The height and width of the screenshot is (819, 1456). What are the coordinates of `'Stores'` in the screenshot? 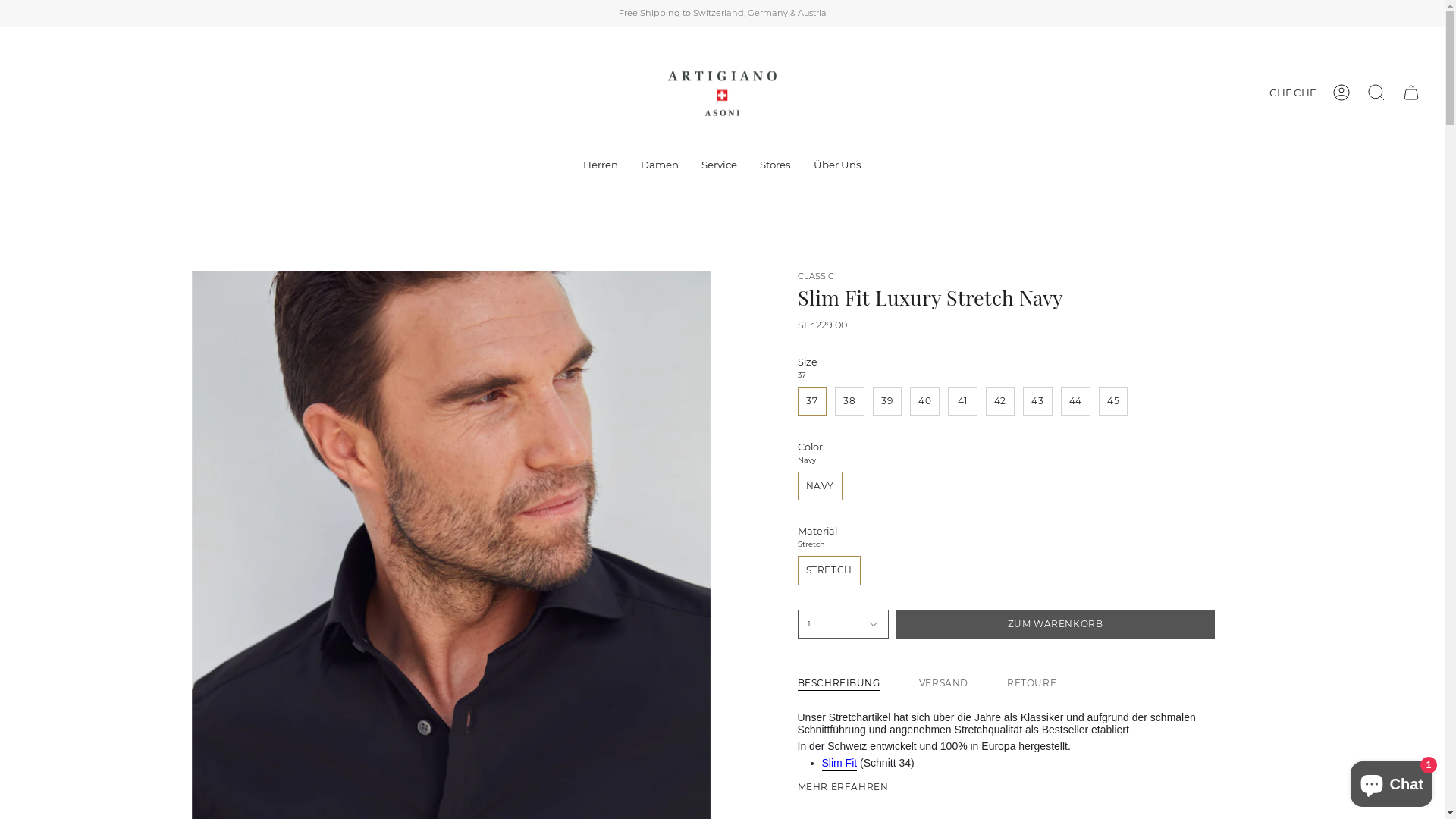 It's located at (775, 165).